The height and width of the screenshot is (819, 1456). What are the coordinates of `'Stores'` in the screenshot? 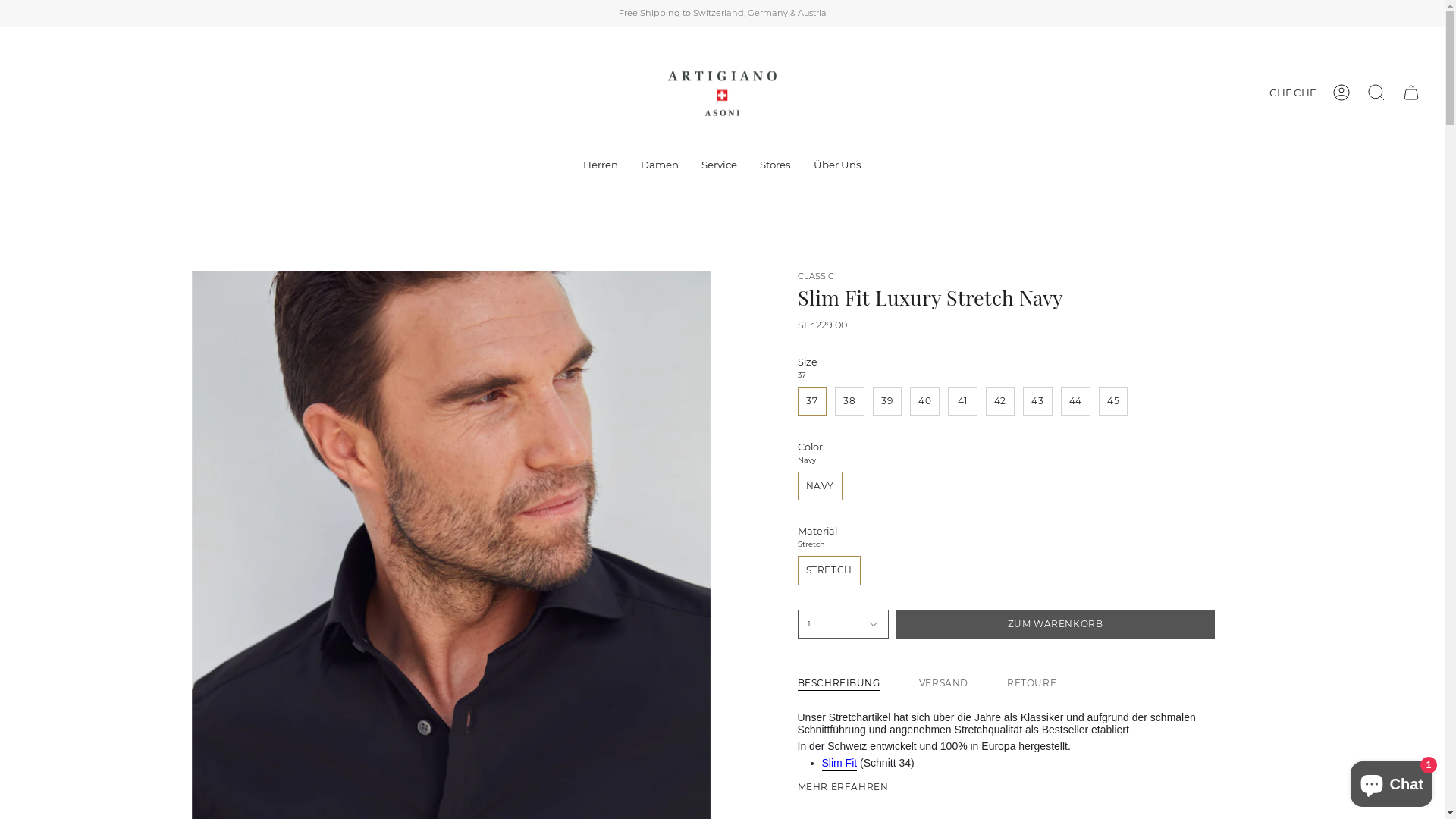 It's located at (775, 165).